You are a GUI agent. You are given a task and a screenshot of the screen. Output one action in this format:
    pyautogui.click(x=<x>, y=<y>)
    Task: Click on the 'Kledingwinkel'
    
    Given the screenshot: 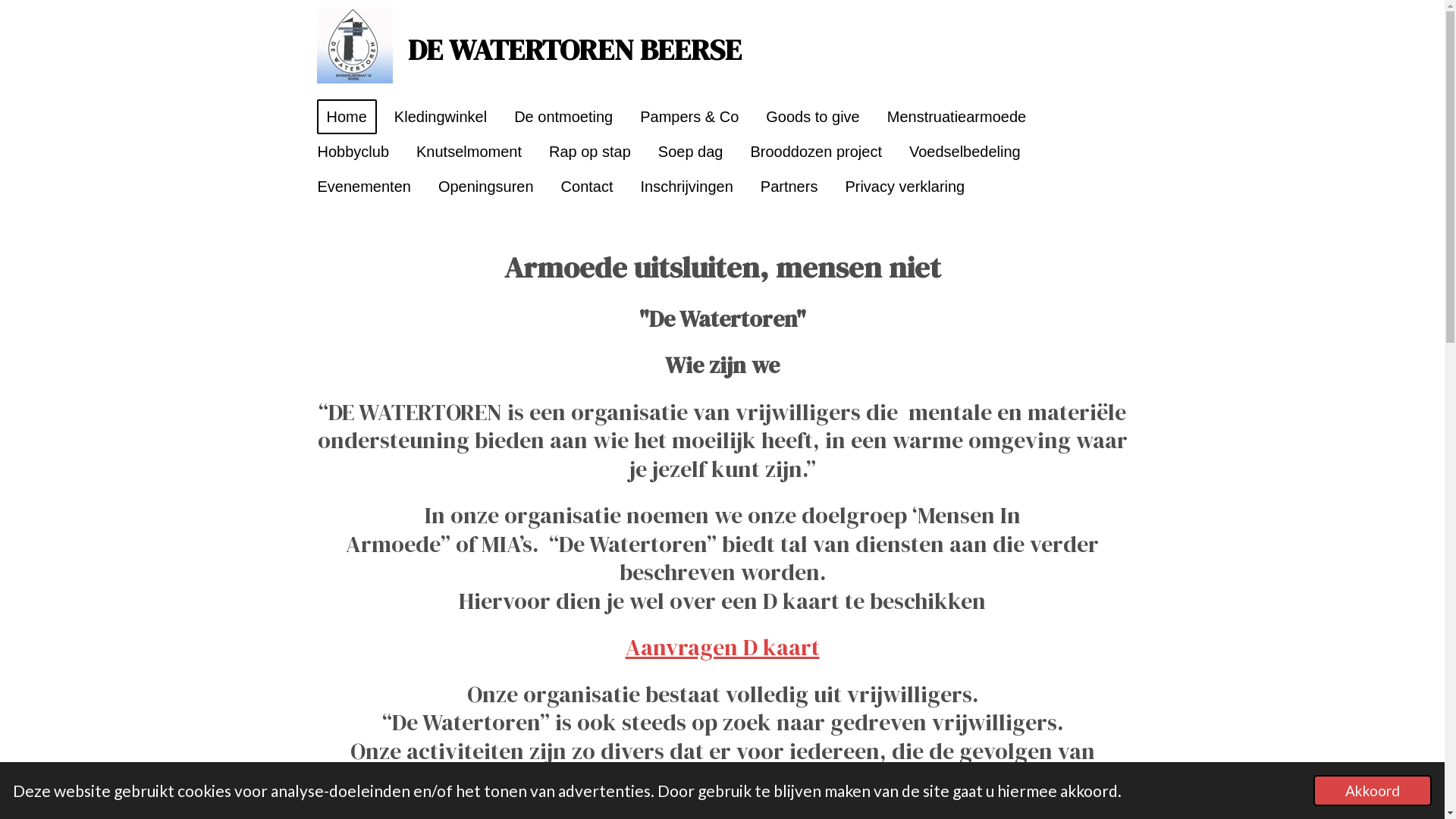 What is the action you would take?
    pyautogui.click(x=439, y=116)
    